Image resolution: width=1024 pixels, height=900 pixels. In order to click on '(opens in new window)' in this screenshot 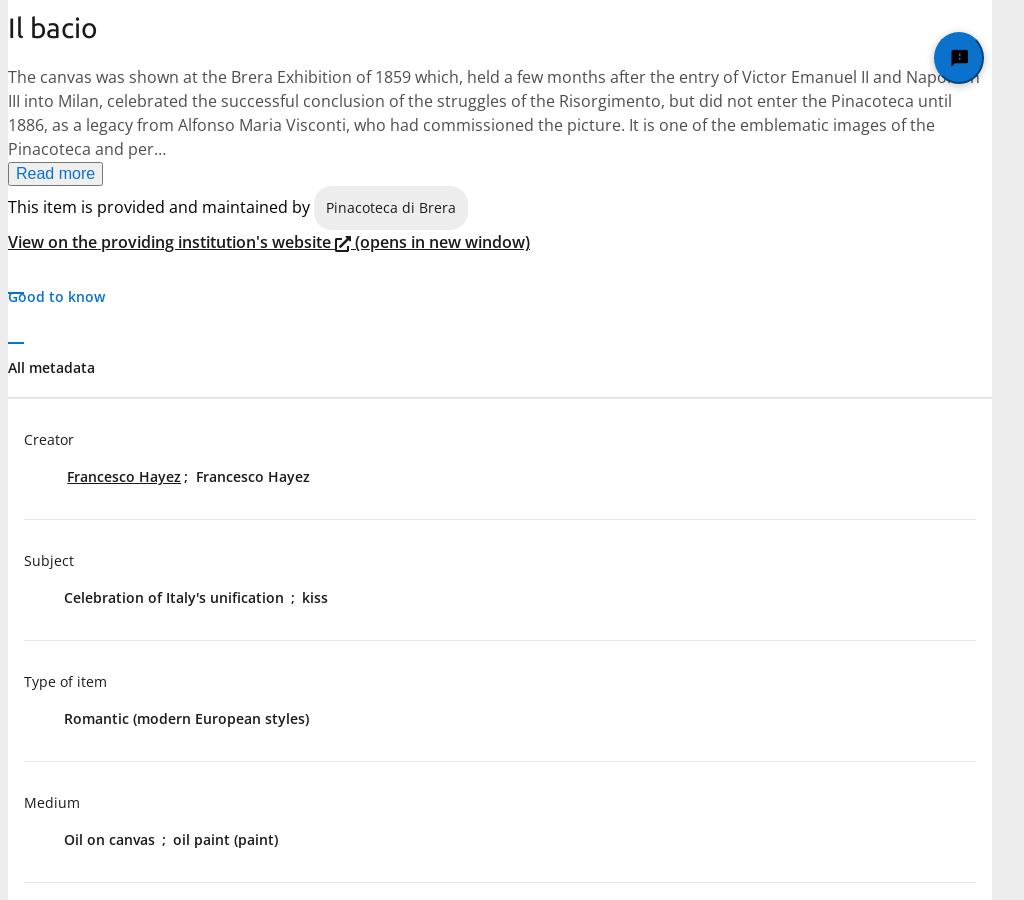, I will do `click(440, 241)`.